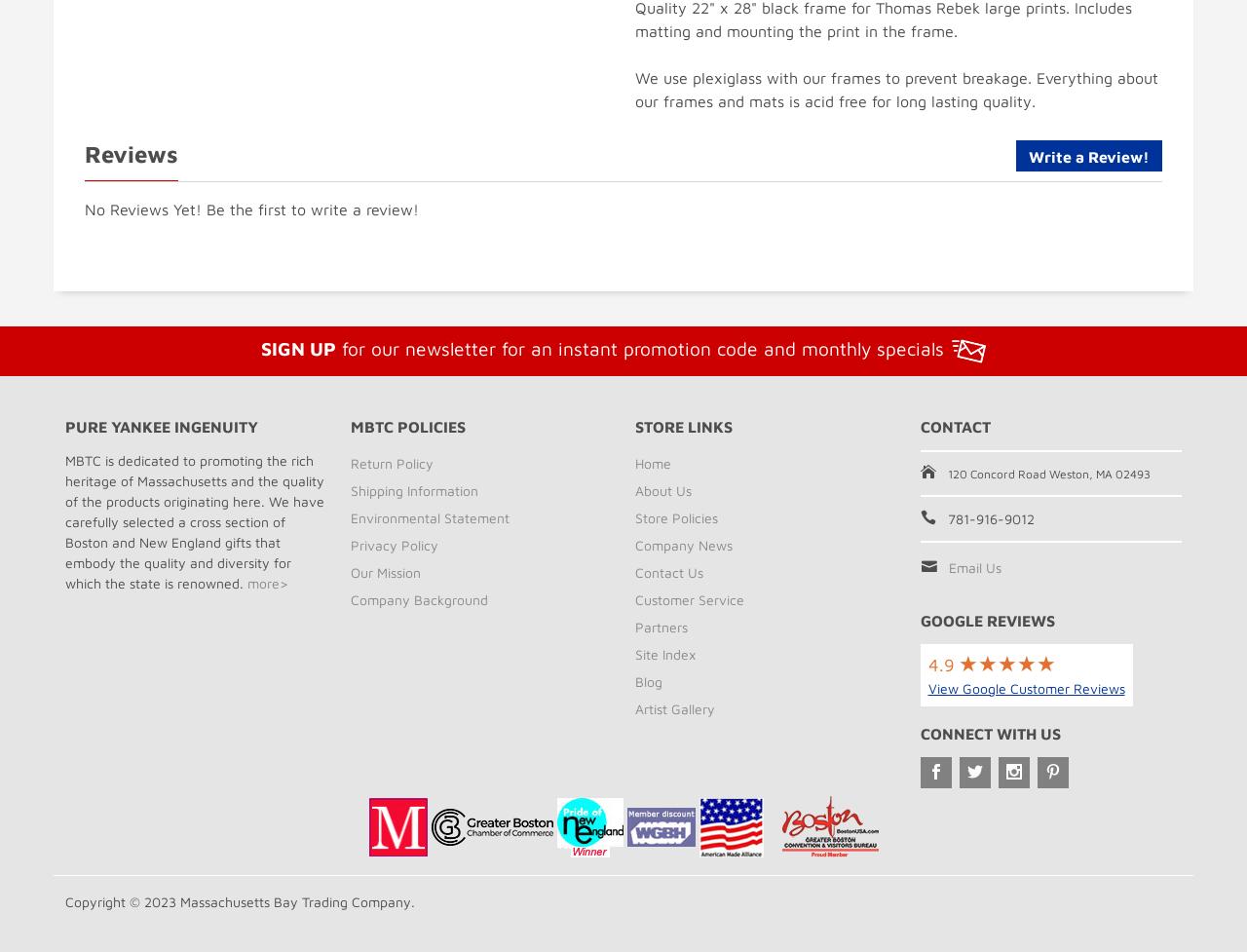 Image resolution: width=1247 pixels, height=952 pixels. What do you see at coordinates (417, 597) in the screenshot?
I see `'Company Background'` at bounding box center [417, 597].